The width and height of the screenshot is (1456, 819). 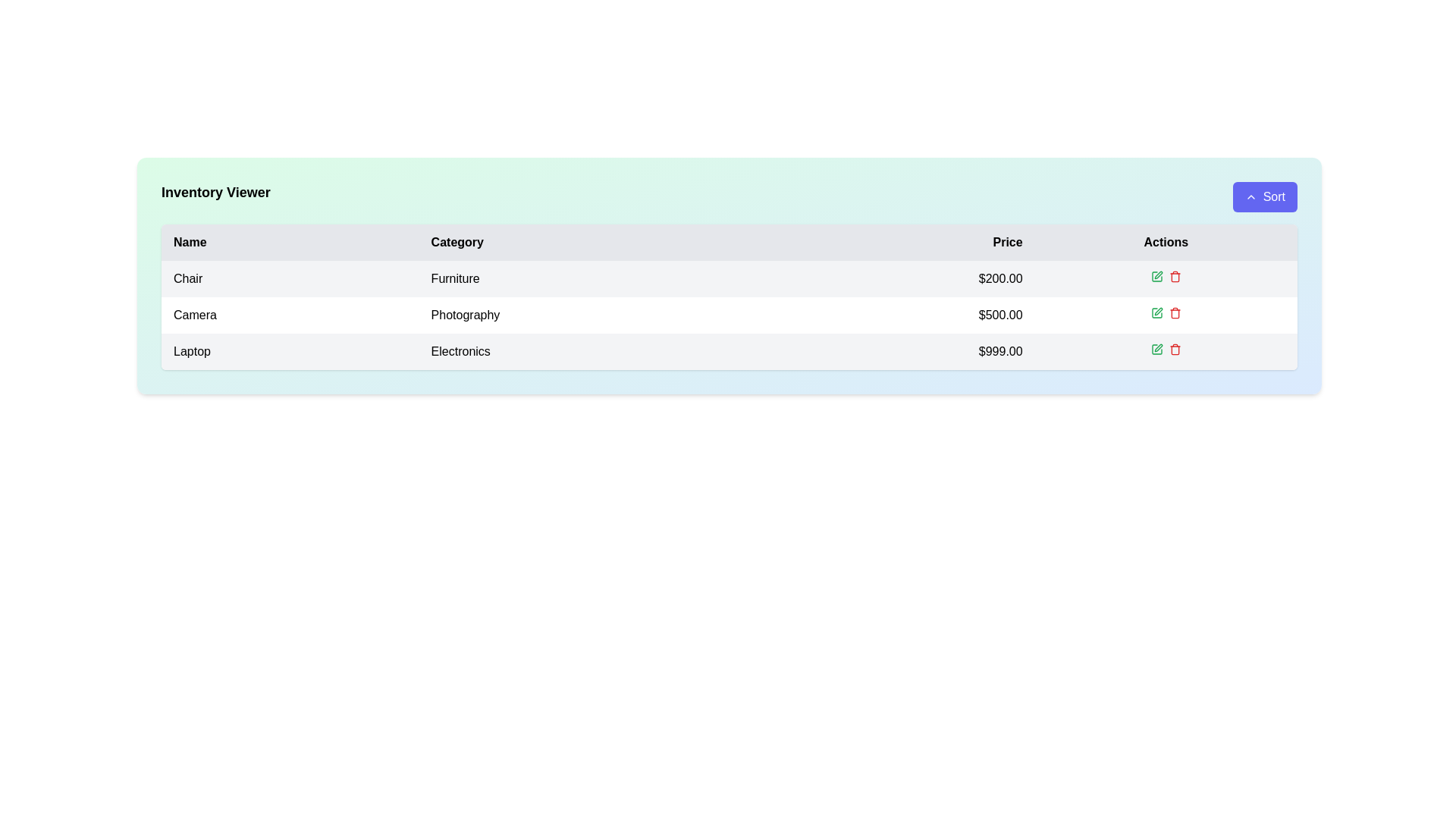 I want to click on the upwards chevron icon inside the 'Sort' button in the top-right corner, so click(x=1250, y=196).